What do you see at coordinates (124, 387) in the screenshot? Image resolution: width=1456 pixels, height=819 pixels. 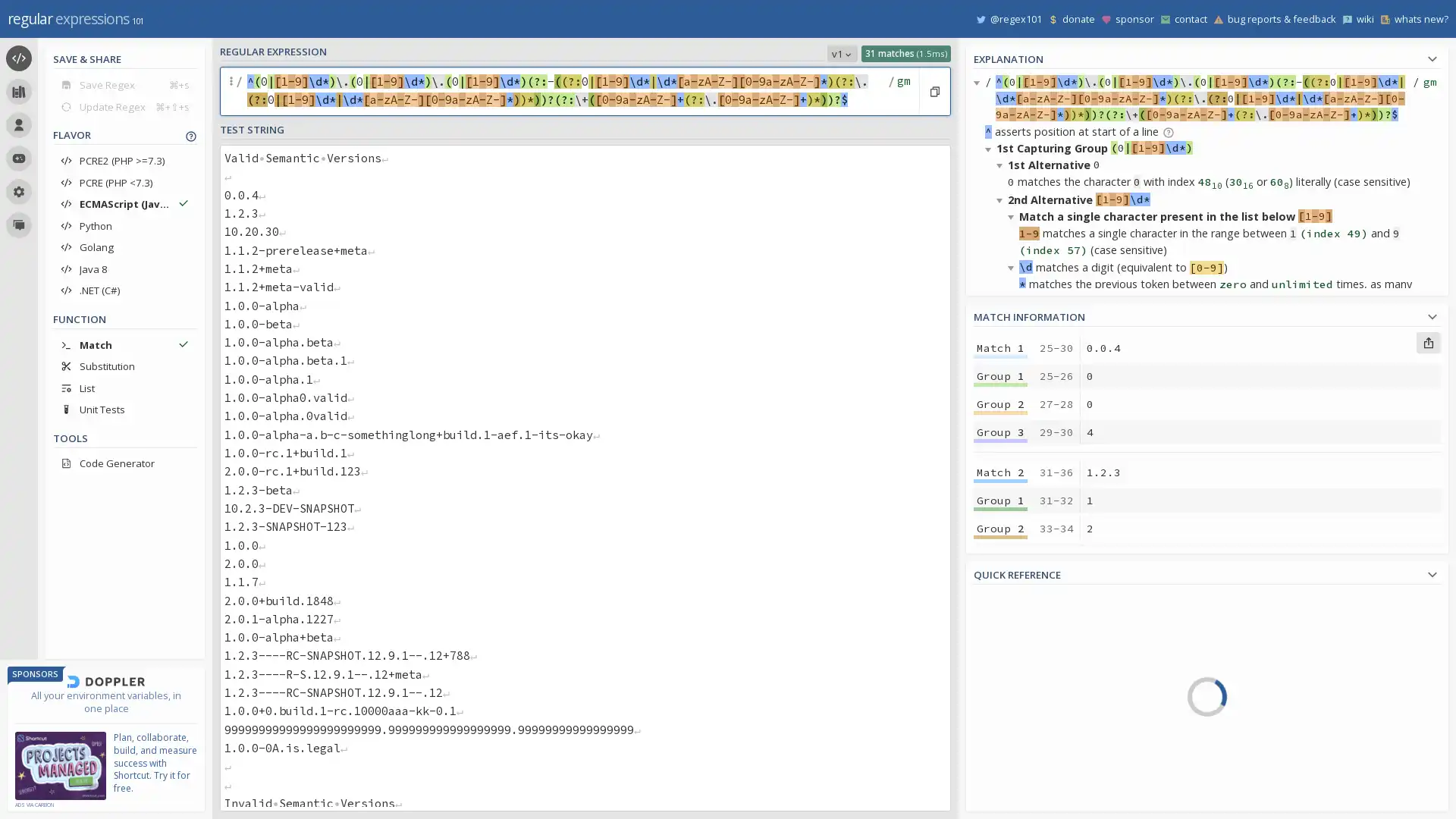 I see `List` at bounding box center [124, 387].